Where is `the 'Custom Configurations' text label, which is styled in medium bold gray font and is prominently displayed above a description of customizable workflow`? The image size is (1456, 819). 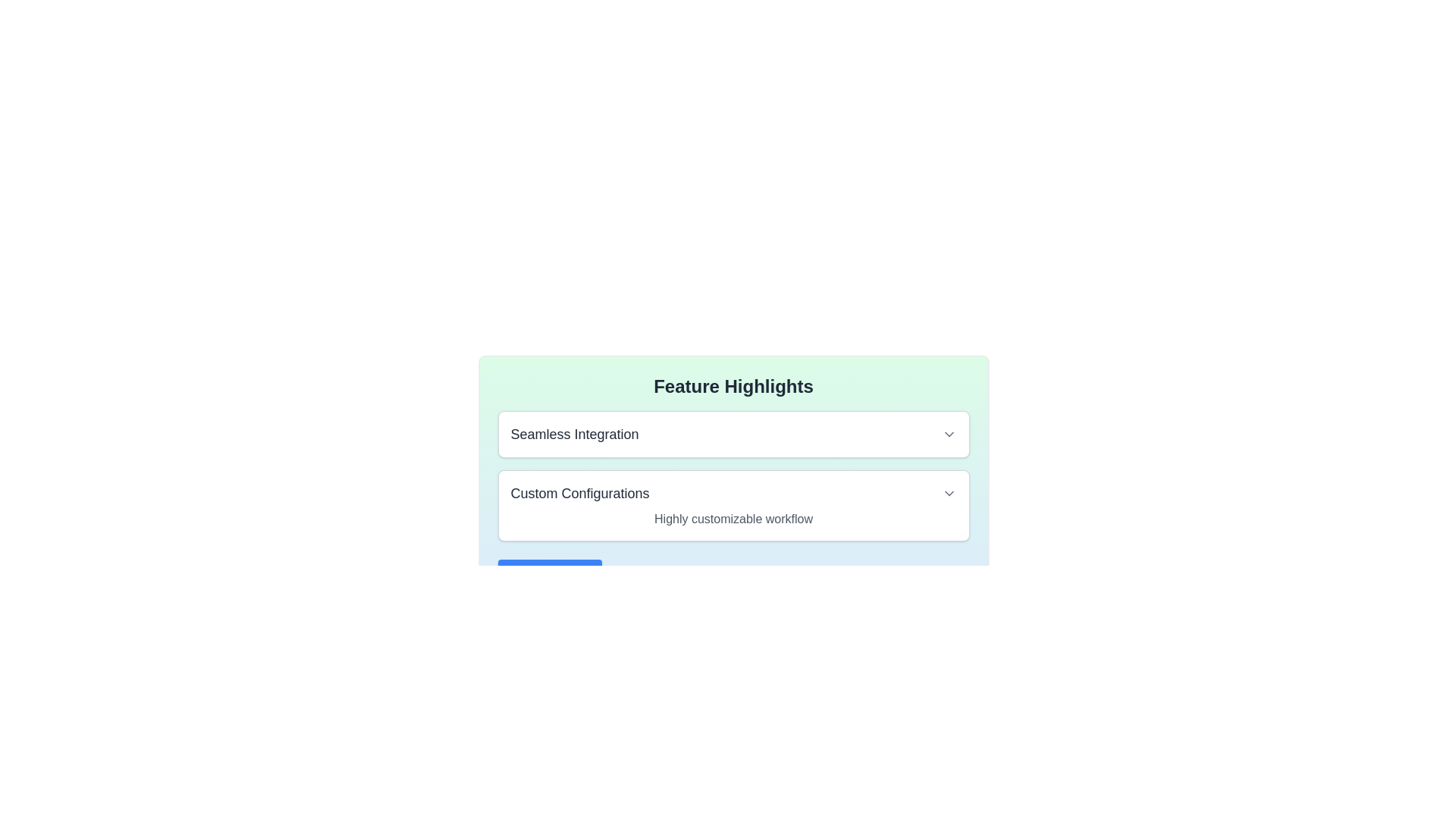 the 'Custom Configurations' text label, which is styled in medium bold gray font and is prominently displayed above a description of customizable workflow is located at coordinates (579, 494).